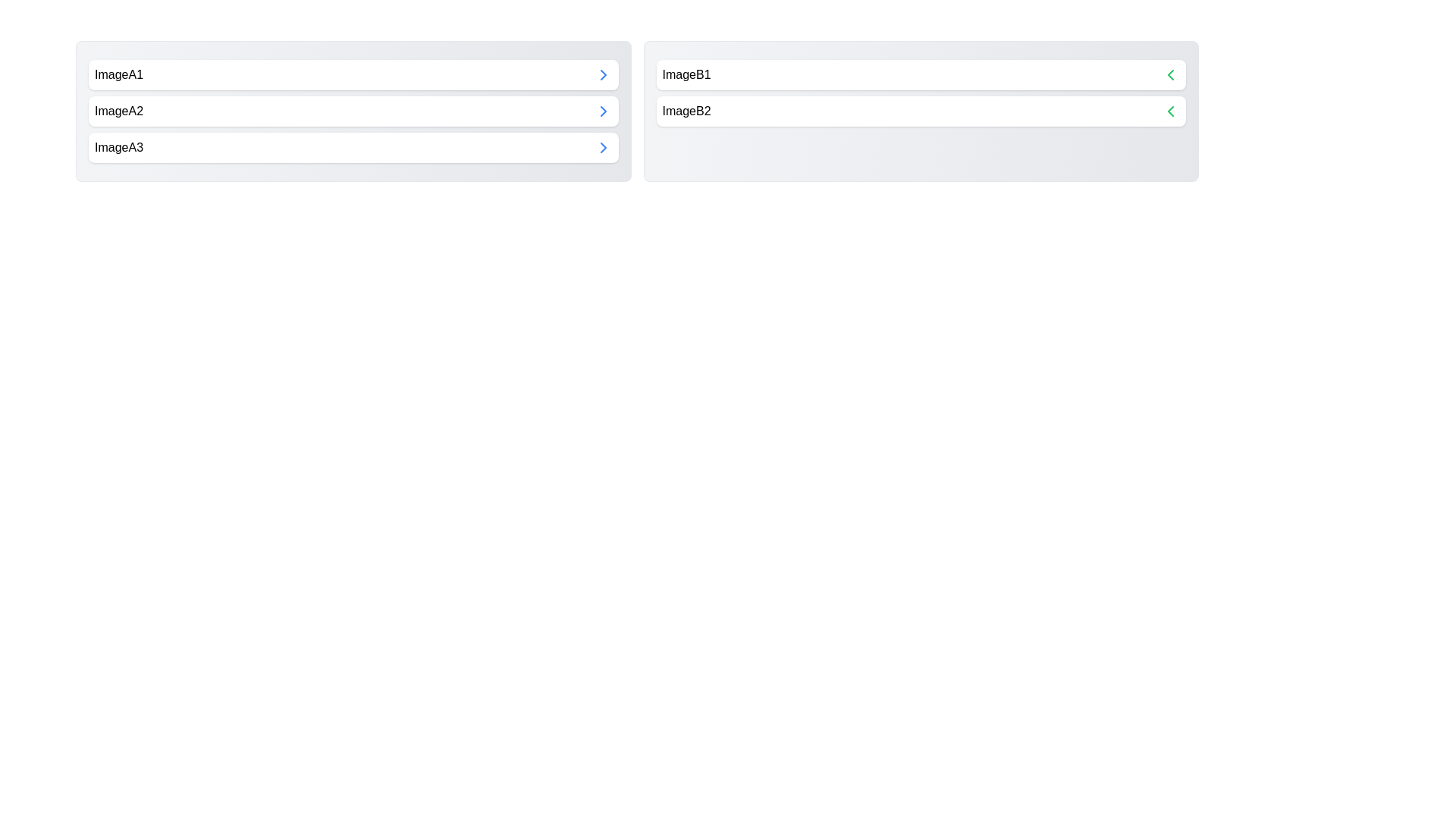  Describe the element at coordinates (1170, 110) in the screenshot. I see `arrow button next to ImageB2 to move it to the opposite category` at that location.